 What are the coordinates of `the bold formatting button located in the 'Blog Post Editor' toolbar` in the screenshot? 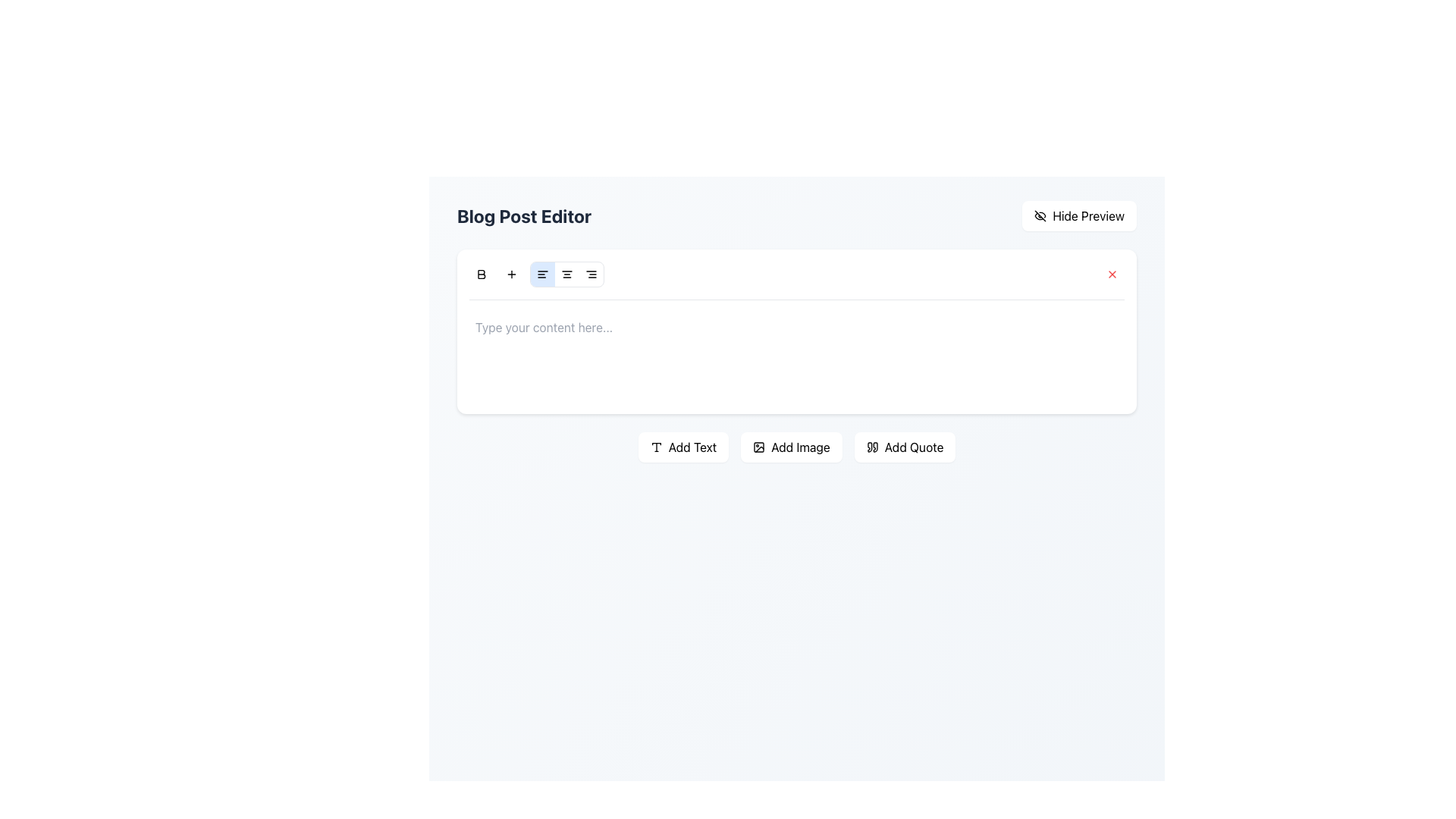 It's located at (480, 275).